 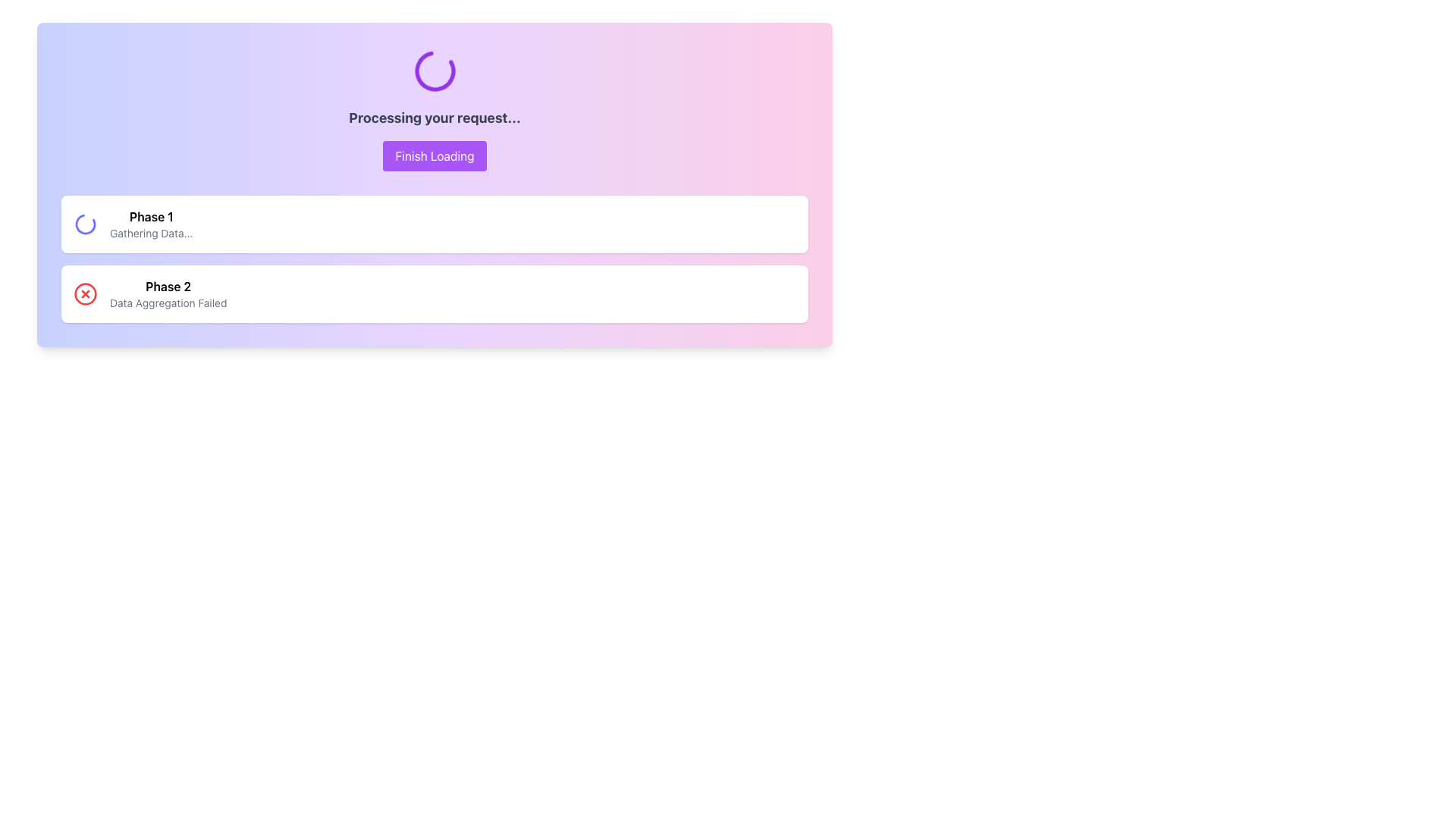 What do you see at coordinates (151, 216) in the screenshot?
I see `the text label that identifies 'Phase 1' in the process, which is centrally aligned and positioned at the top of its section` at bounding box center [151, 216].